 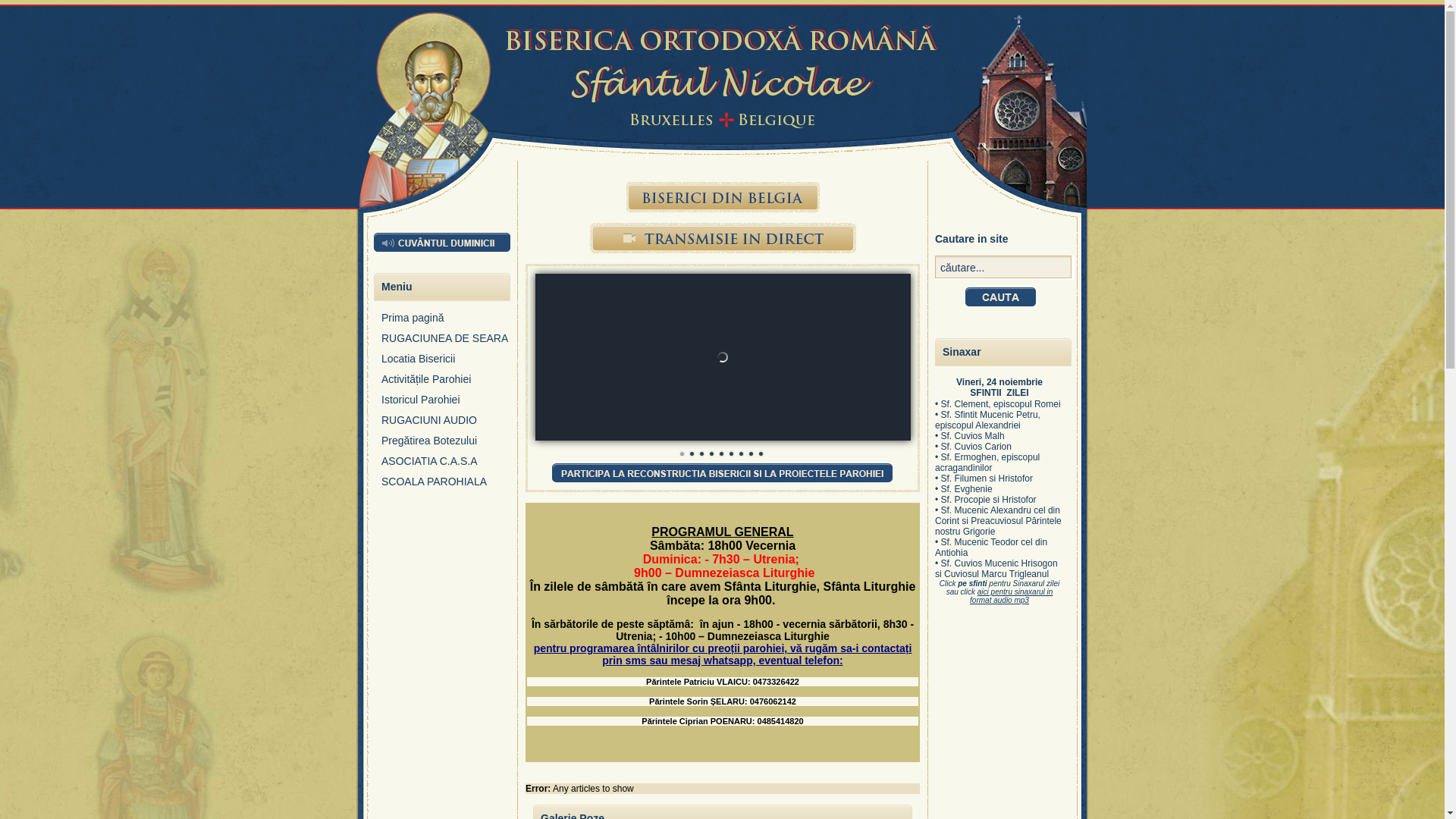 What do you see at coordinates (381, 342) in the screenshot?
I see `'RUGACIUNEA DE SEARA'` at bounding box center [381, 342].